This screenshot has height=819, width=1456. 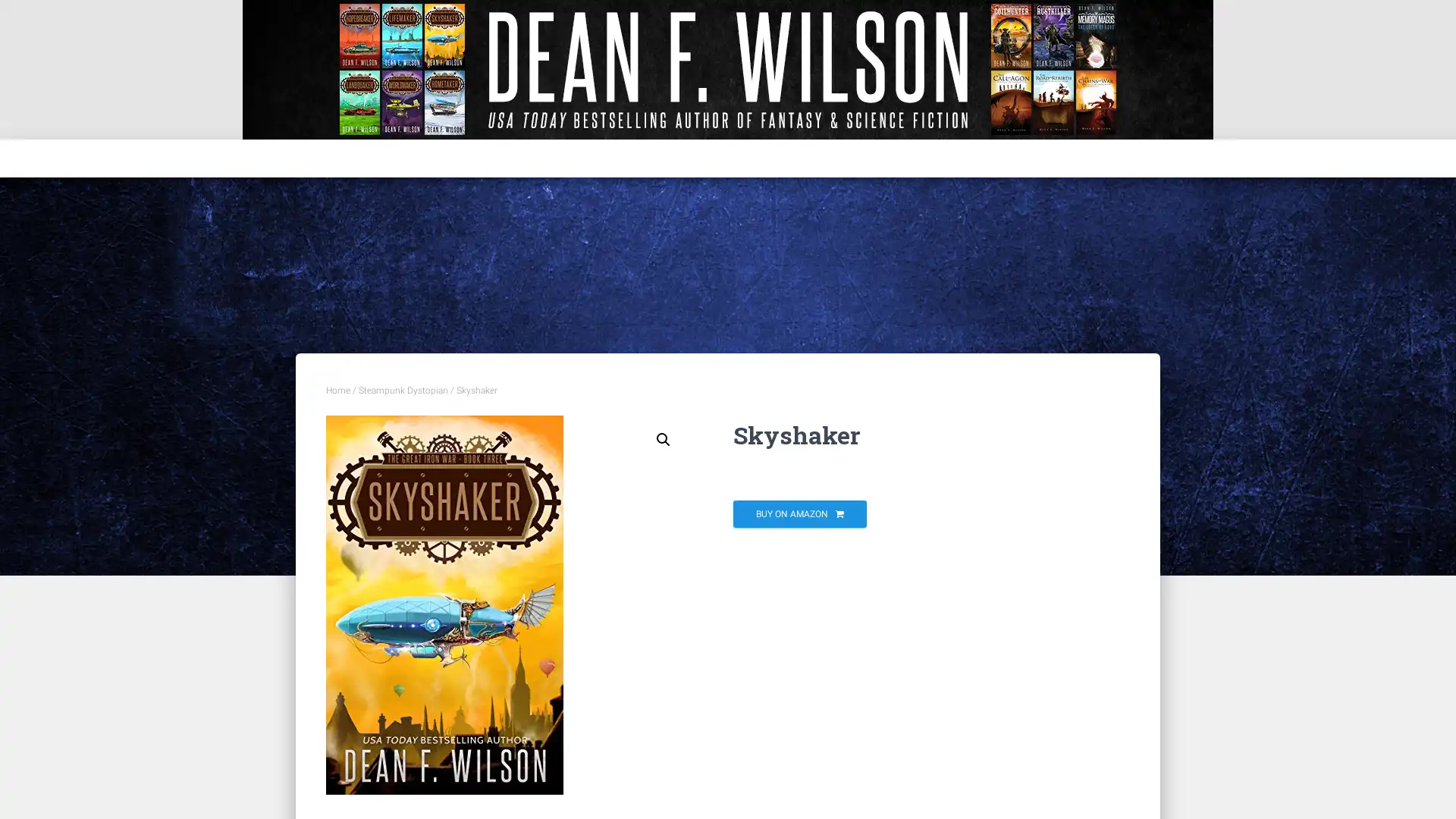 What do you see at coordinates (799, 513) in the screenshot?
I see `BUY ON AMAZON` at bounding box center [799, 513].